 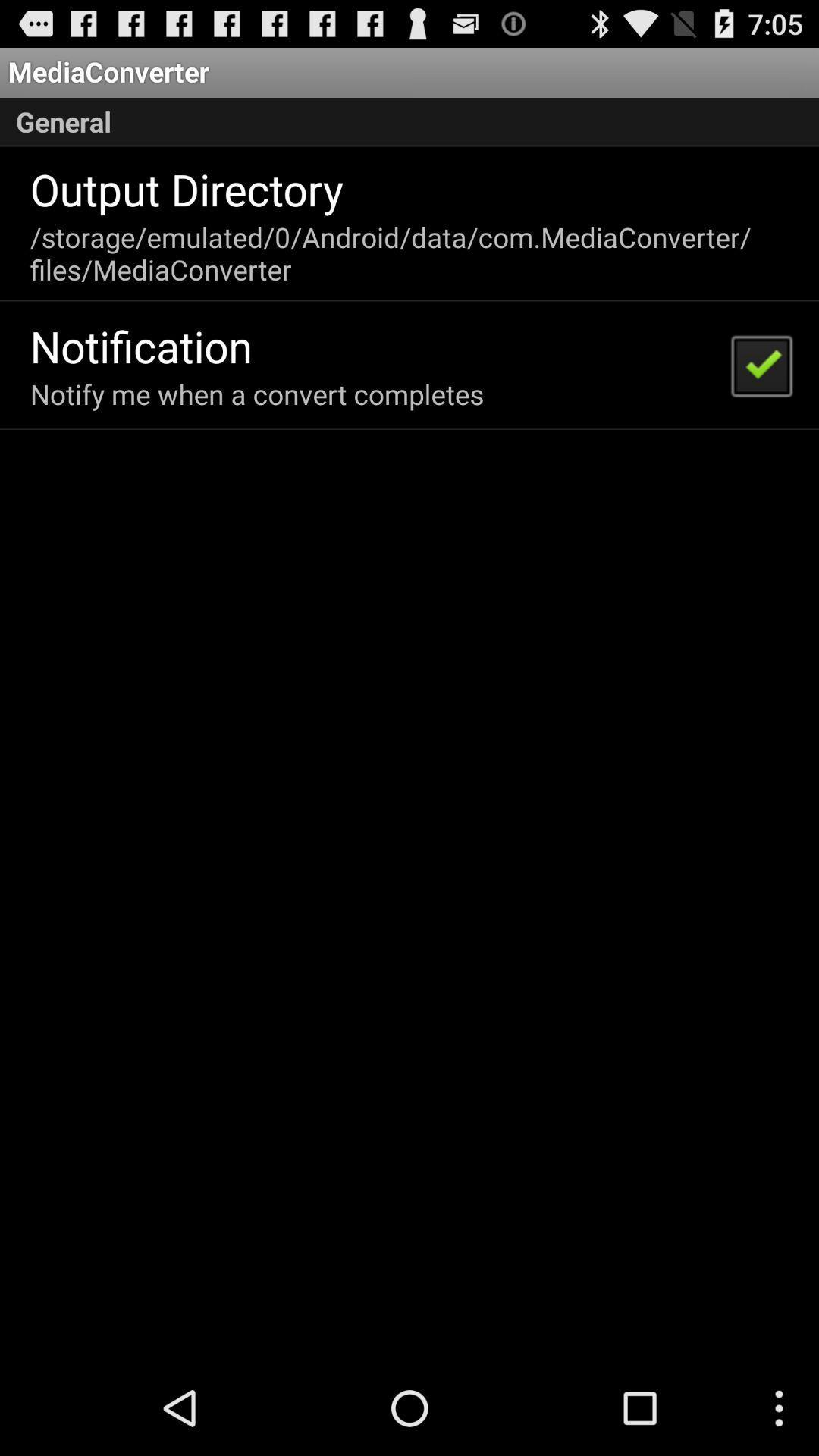 What do you see at coordinates (186, 188) in the screenshot?
I see `the output directory icon` at bounding box center [186, 188].